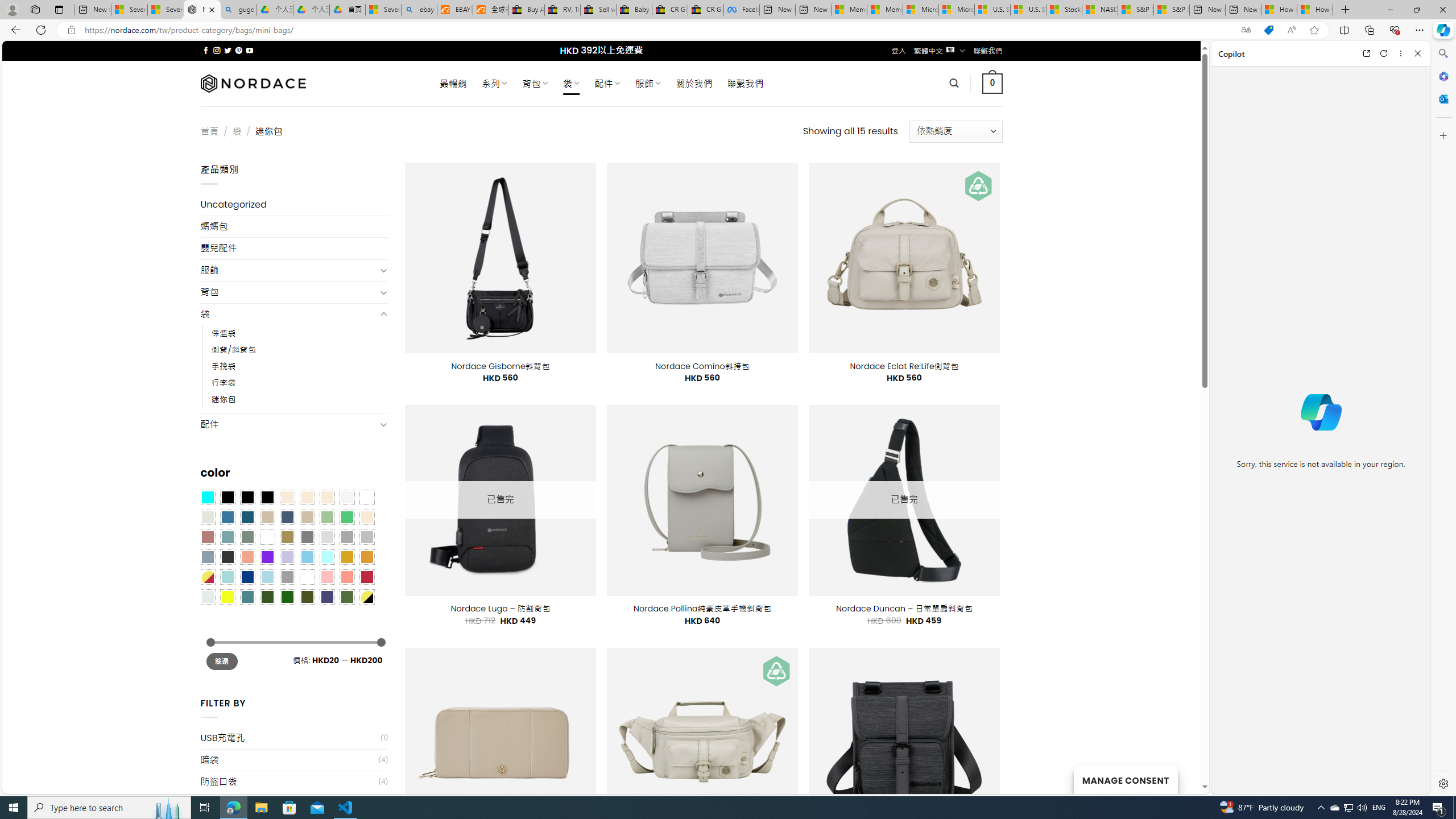 The width and height of the screenshot is (1456, 819). What do you see at coordinates (1246, 30) in the screenshot?
I see `'Show translate options'` at bounding box center [1246, 30].